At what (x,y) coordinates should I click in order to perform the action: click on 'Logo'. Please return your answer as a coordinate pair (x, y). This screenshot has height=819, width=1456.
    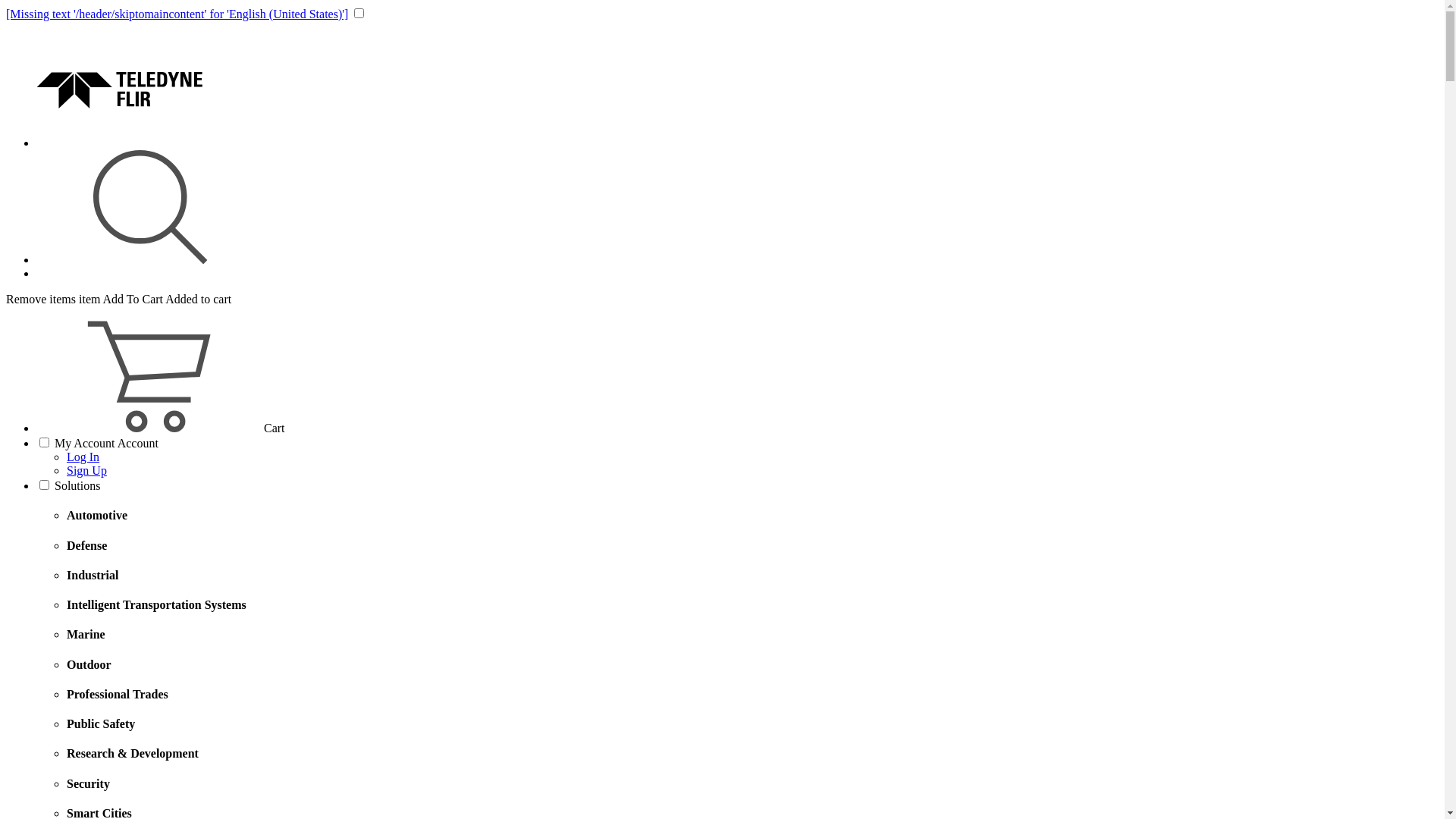
    Looking at the image, I should click on (149, 143).